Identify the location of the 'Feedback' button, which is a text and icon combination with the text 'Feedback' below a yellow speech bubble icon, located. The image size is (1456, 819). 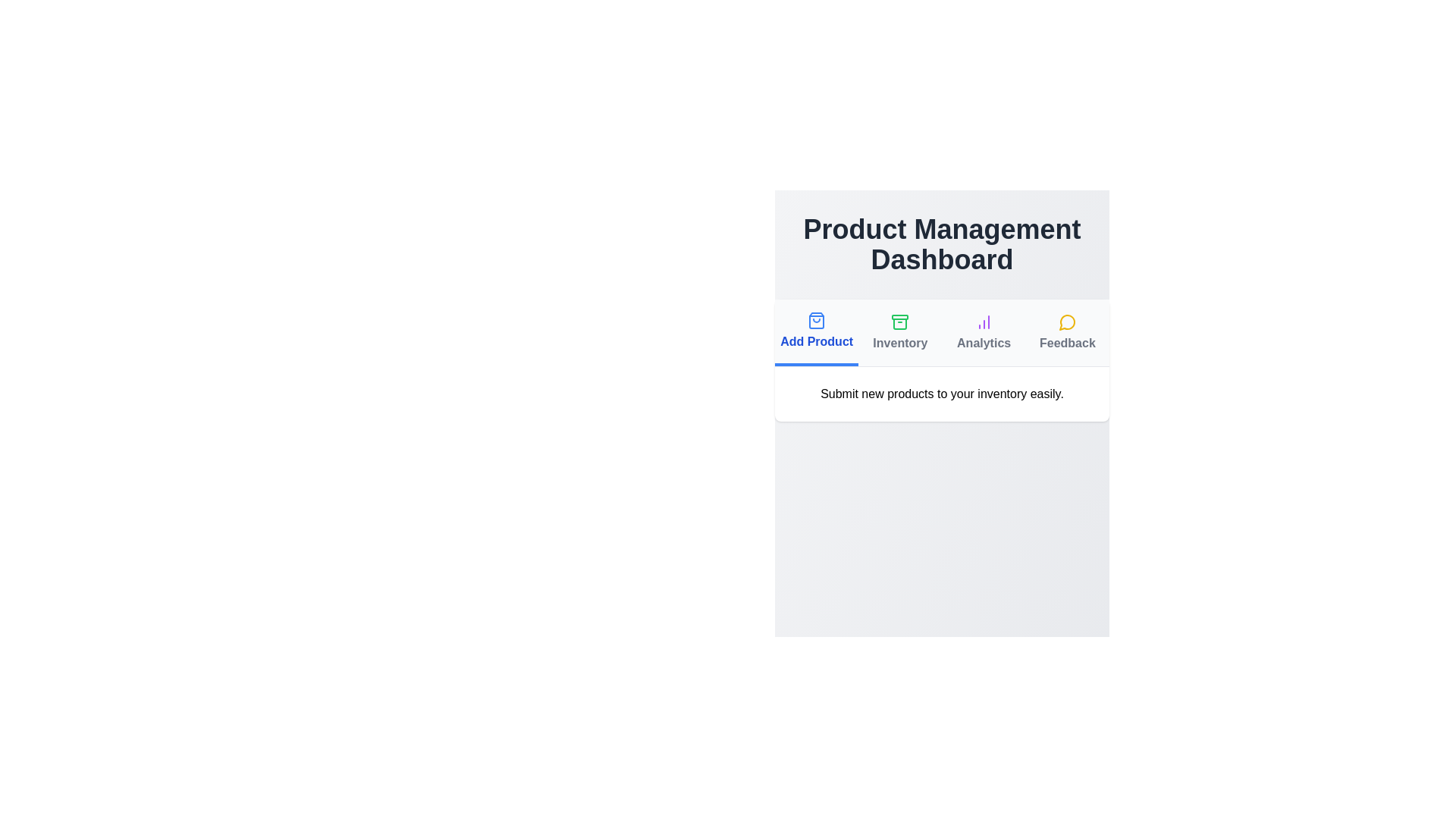
(1066, 332).